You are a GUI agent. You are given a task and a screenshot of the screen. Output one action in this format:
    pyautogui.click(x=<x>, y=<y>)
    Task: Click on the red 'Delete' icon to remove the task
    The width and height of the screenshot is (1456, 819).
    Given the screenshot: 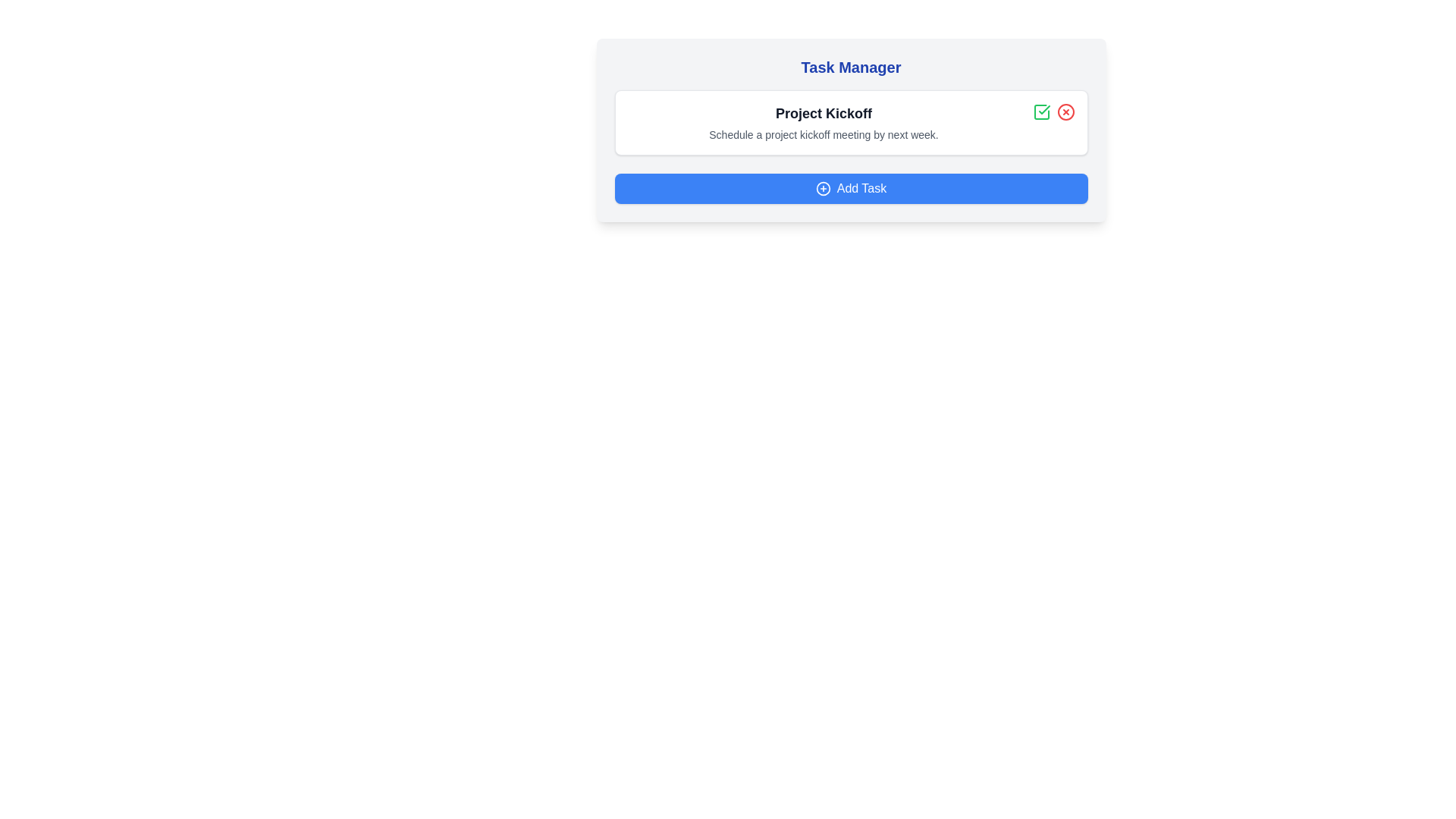 What is the action you would take?
    pyautogui.click(x=1065, y=111)
    